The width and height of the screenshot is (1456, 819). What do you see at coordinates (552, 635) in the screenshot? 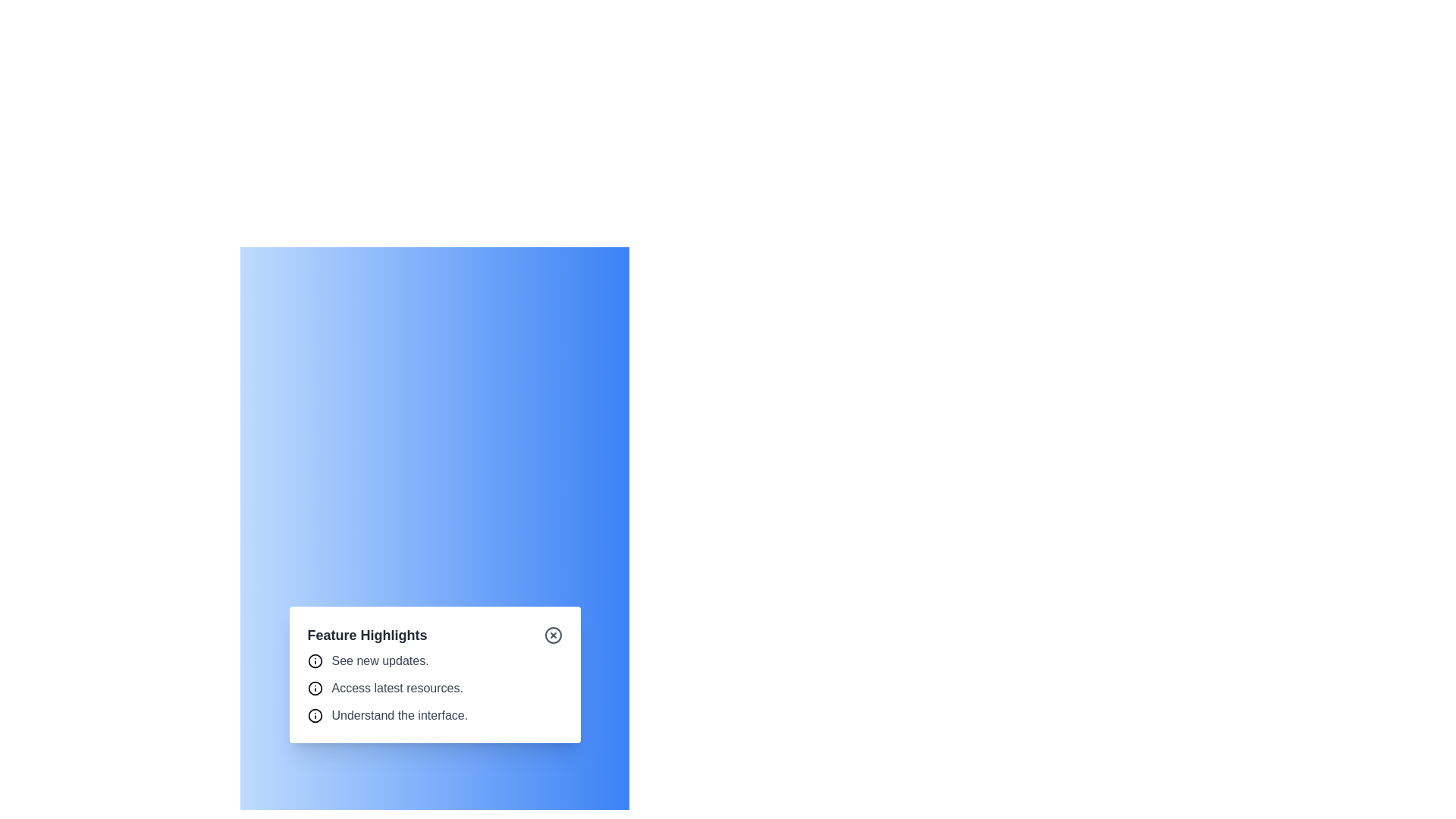
I see `the button located on the right side of the 'Feature Highlights' section header` at bounding box center [552, 635].